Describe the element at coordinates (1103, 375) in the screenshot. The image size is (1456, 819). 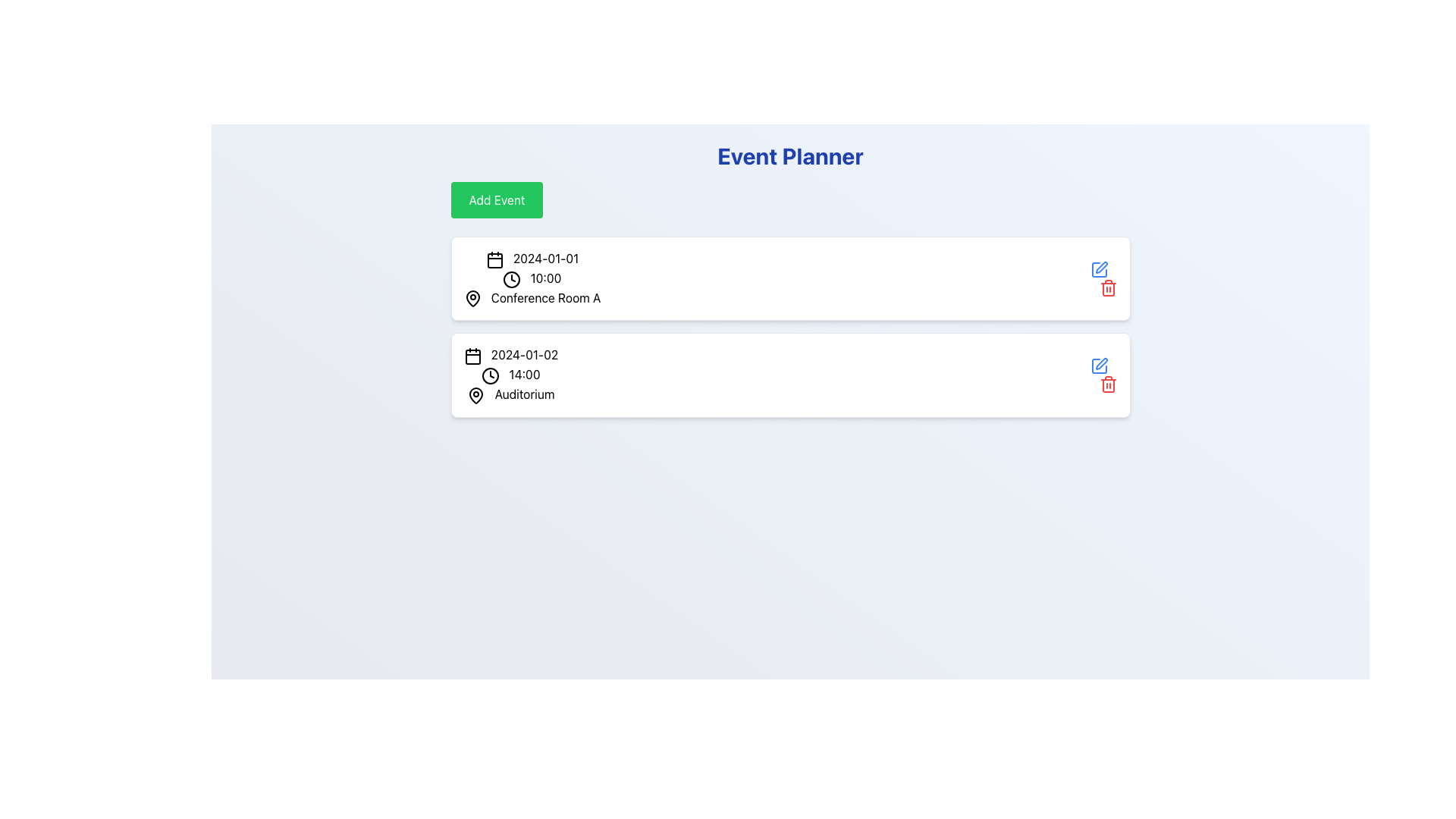
I see `the red trash can icon button located to the far right of the event's information section` at that location.